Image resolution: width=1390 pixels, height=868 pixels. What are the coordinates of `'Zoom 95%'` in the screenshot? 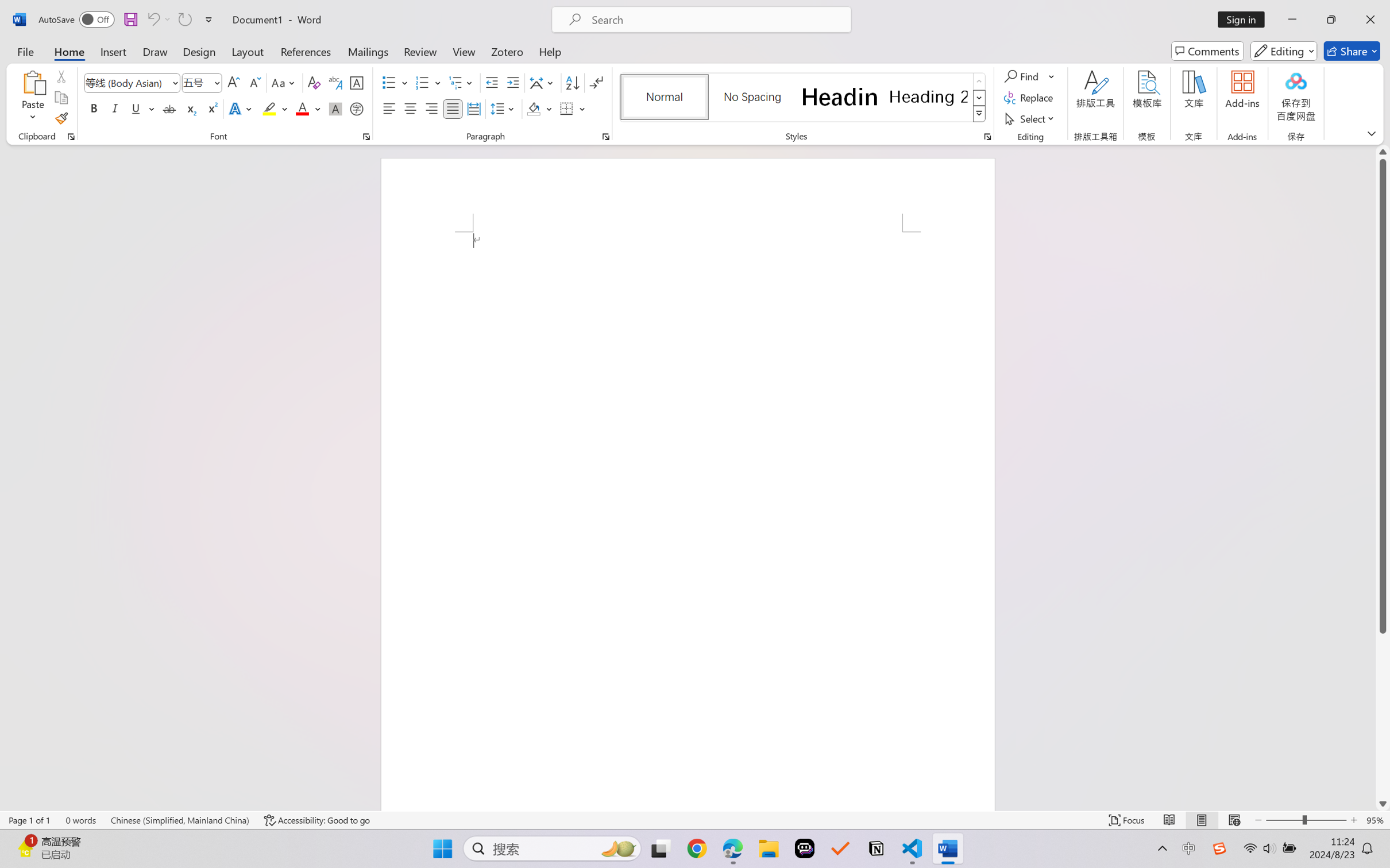 It's located at (1375, 820).